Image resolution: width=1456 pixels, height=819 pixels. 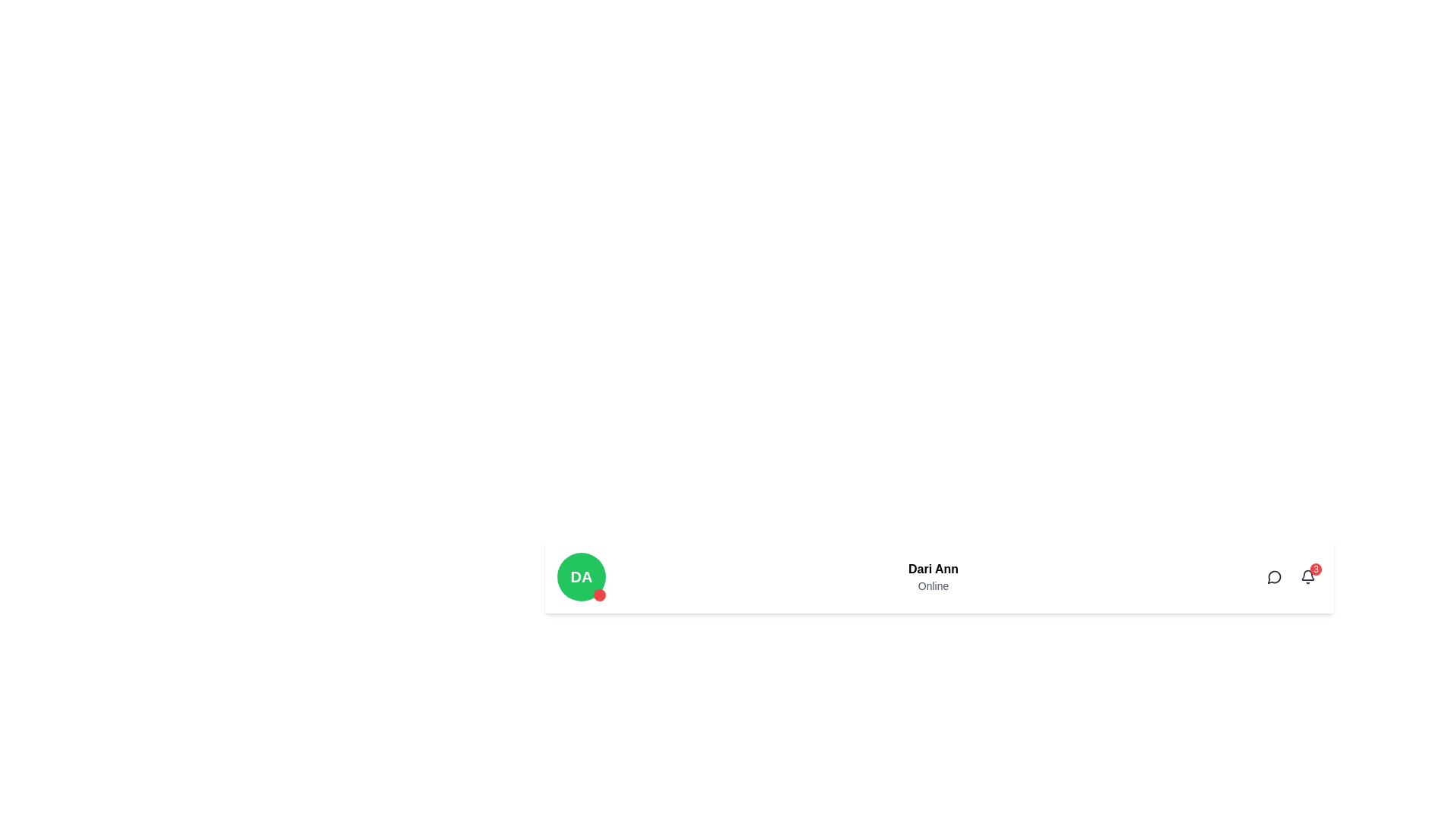 I want to click on notification badge at the far right end of the horizontal row to read the notification count of three new alerts, so click(x=1307, y=576).